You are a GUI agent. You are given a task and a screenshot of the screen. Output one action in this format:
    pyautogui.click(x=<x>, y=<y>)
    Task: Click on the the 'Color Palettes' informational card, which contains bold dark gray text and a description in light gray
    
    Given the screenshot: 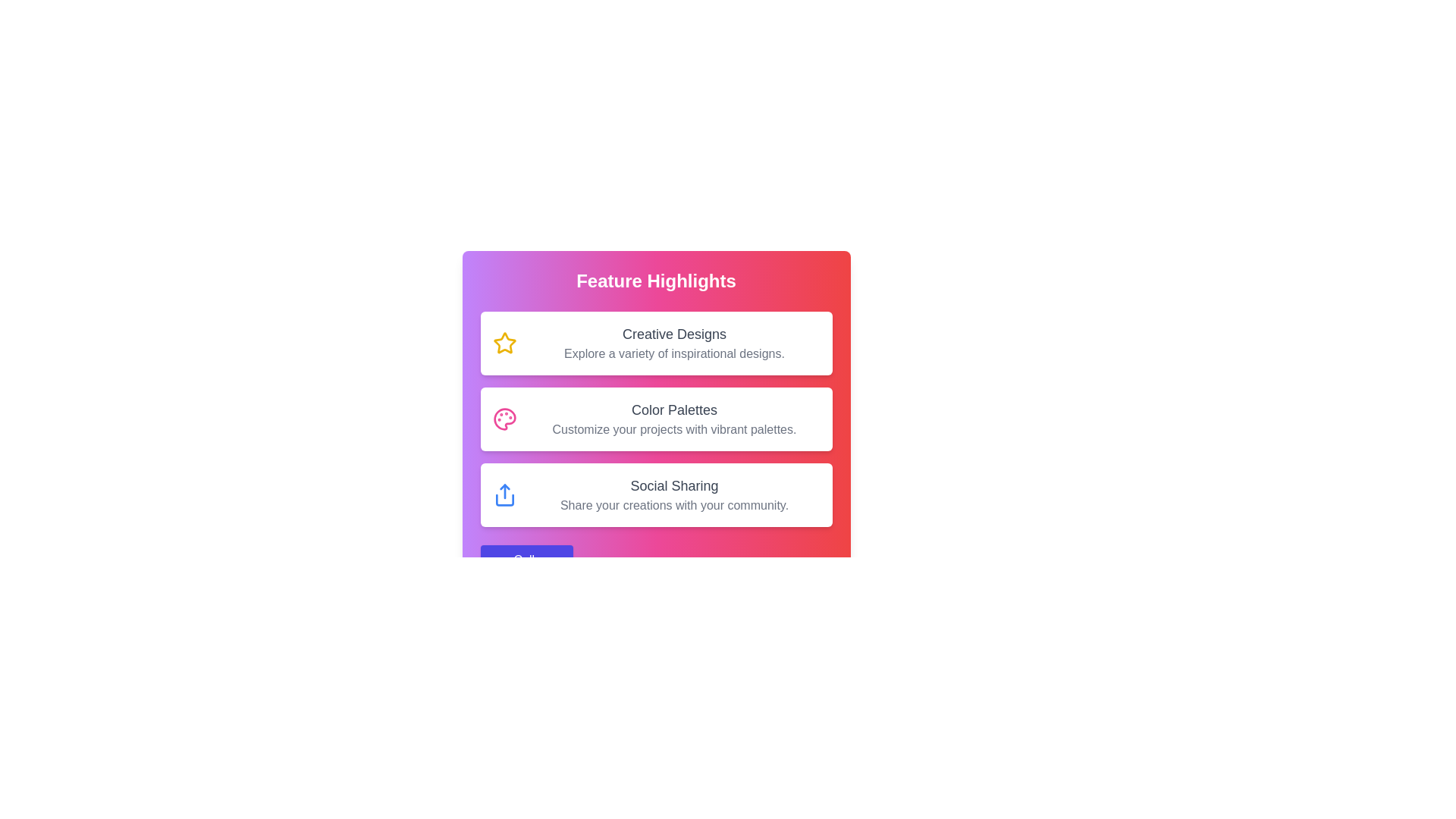 What is the action you would take?
    pyautogui.click(x=673, y=419)
    